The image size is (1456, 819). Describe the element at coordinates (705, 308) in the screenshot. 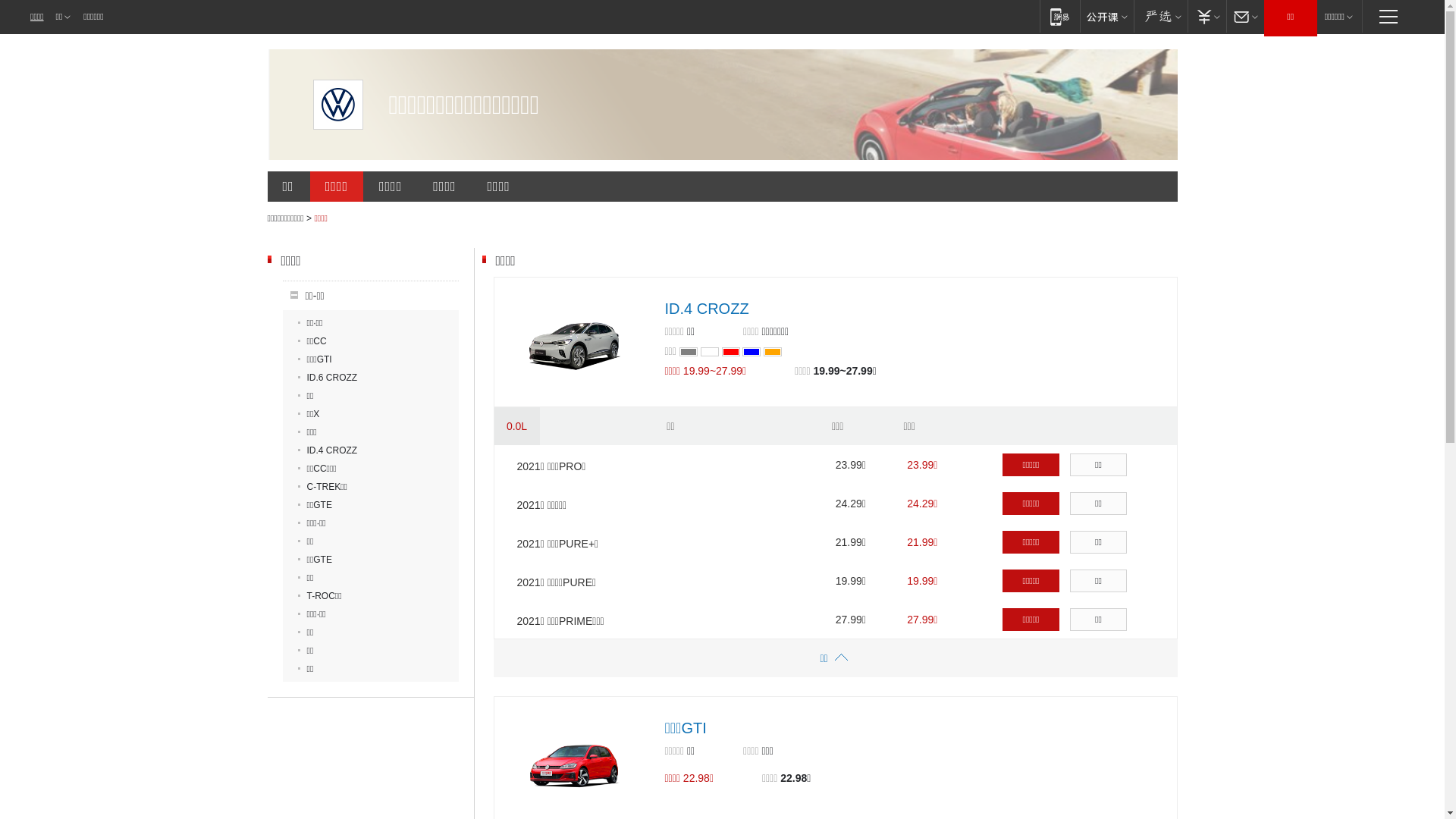

I see `'ID.4 CROZZ'` at that location.